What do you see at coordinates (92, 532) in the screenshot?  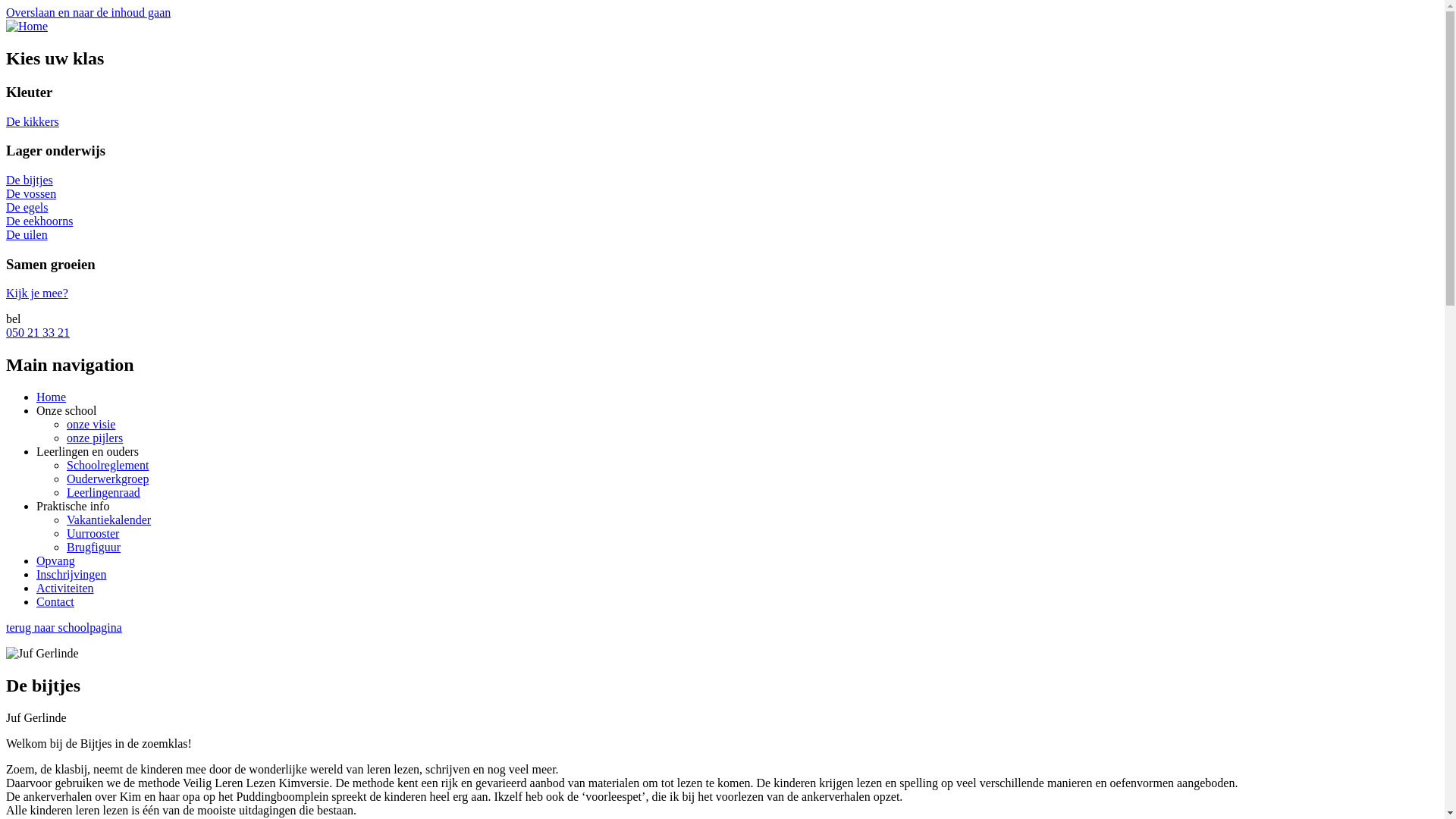 I see `'Uurrooster'` at bounding box center [92, 532].